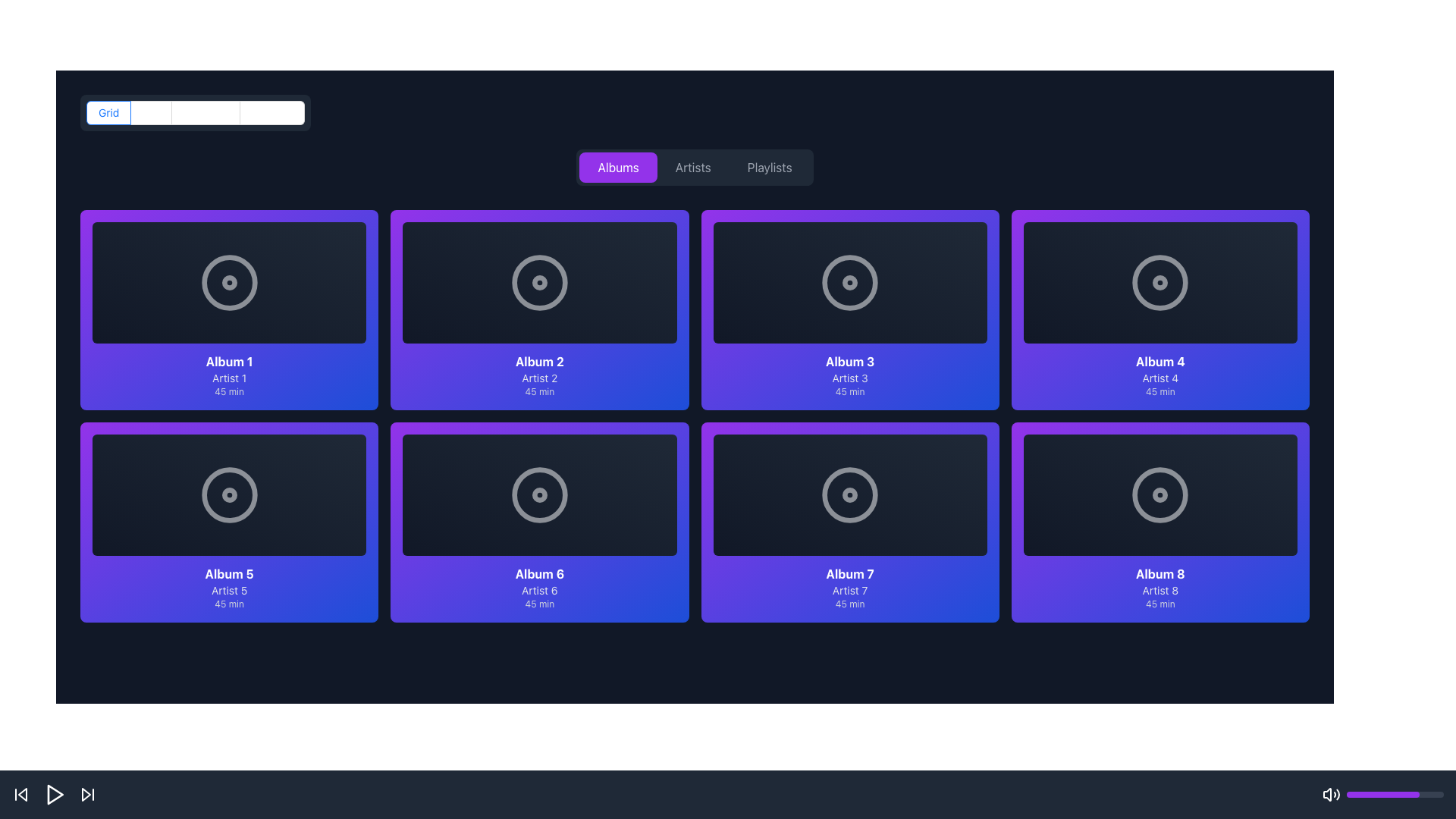  Describe the element at coordinates (55, 794) in the screenshot. I see `the triangular play icon button located near the bottom left corner of the interface, specifically within the dark horizontal control bar, to play media content` at that location.